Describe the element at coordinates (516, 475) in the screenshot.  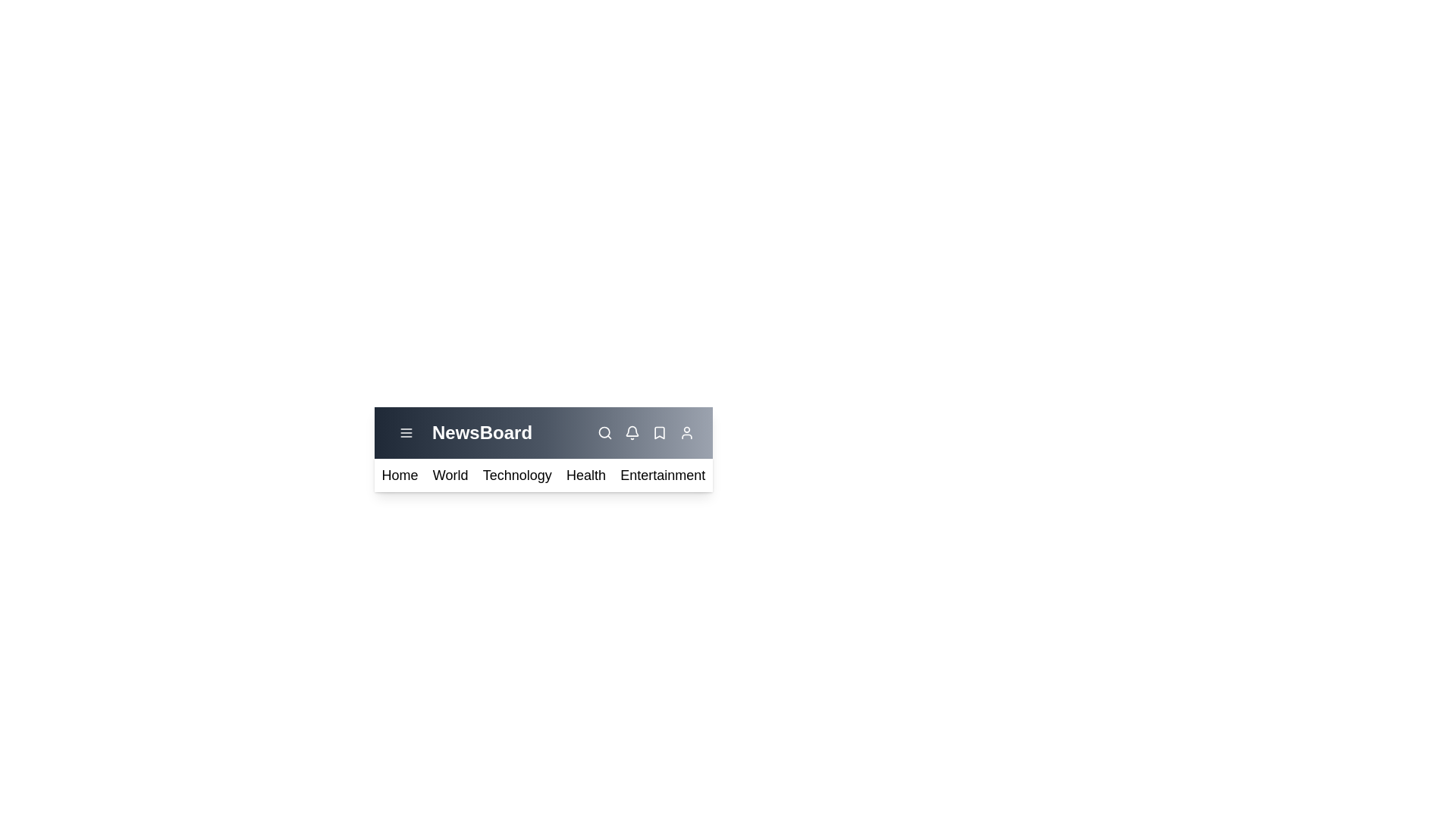
I see `the category Technology from the menu` at that location.